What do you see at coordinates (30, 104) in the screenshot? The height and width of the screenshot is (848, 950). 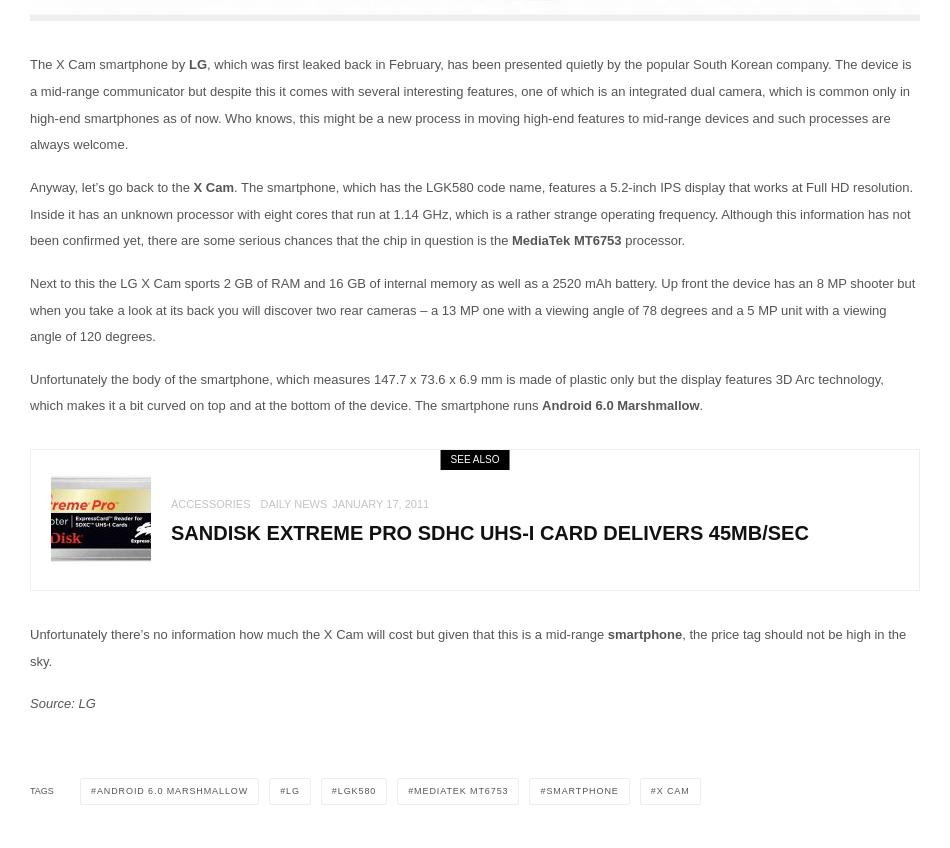 I see `', which was first leaked back in February, has been presented quietly by the popular South Korean company. The device is a mid-range communicator but despite this it comes with several interesting features, one of which is an integrated dual camera, which is common only in high-end smartphones as of now. Who knows, this might be a new process in moving high-end features to mid-range devices and such processes are always welcome.'` at bounding box center [30, 104].